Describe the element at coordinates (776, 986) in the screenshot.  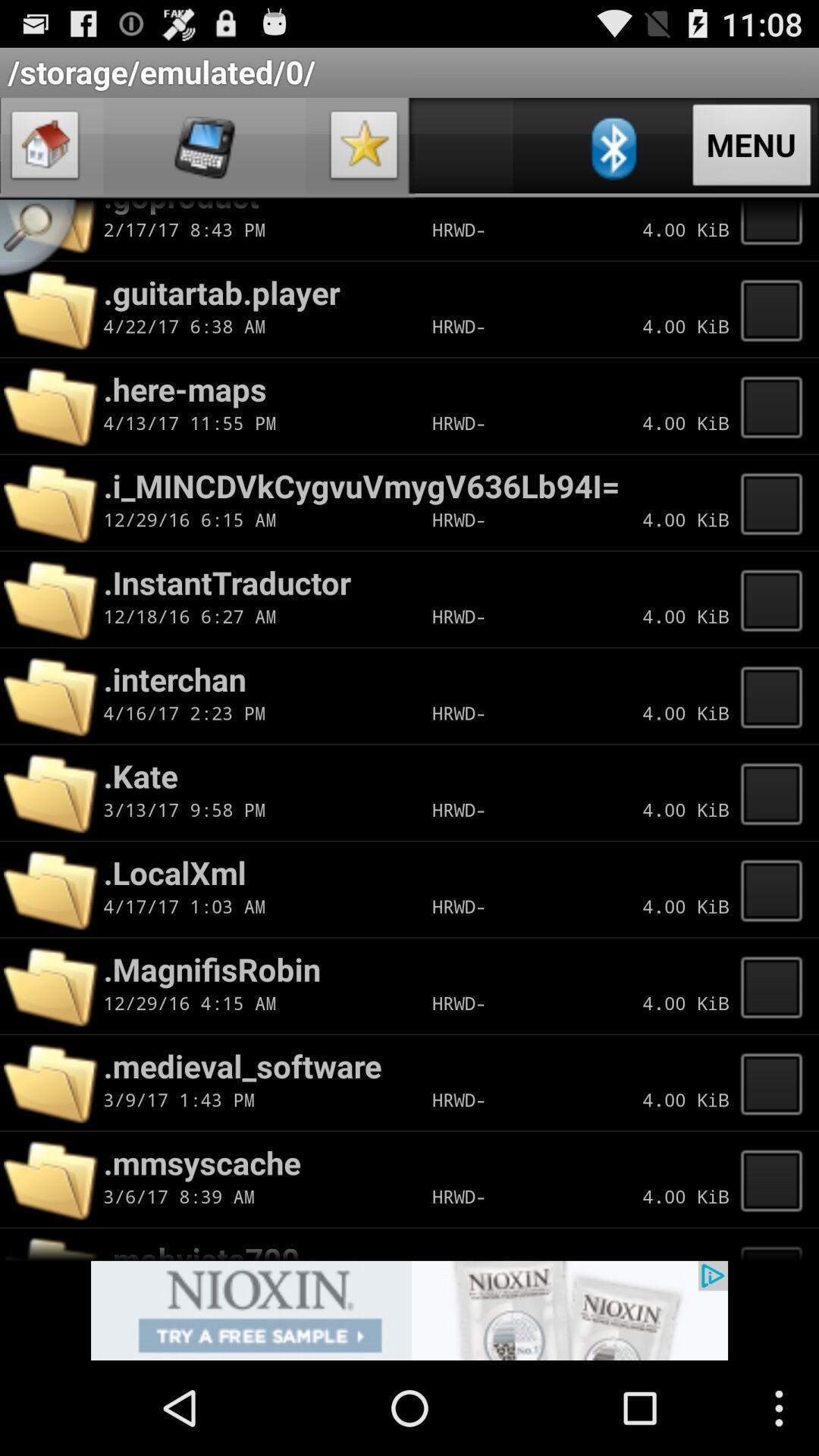
I see `check box for files in drive` at that location.